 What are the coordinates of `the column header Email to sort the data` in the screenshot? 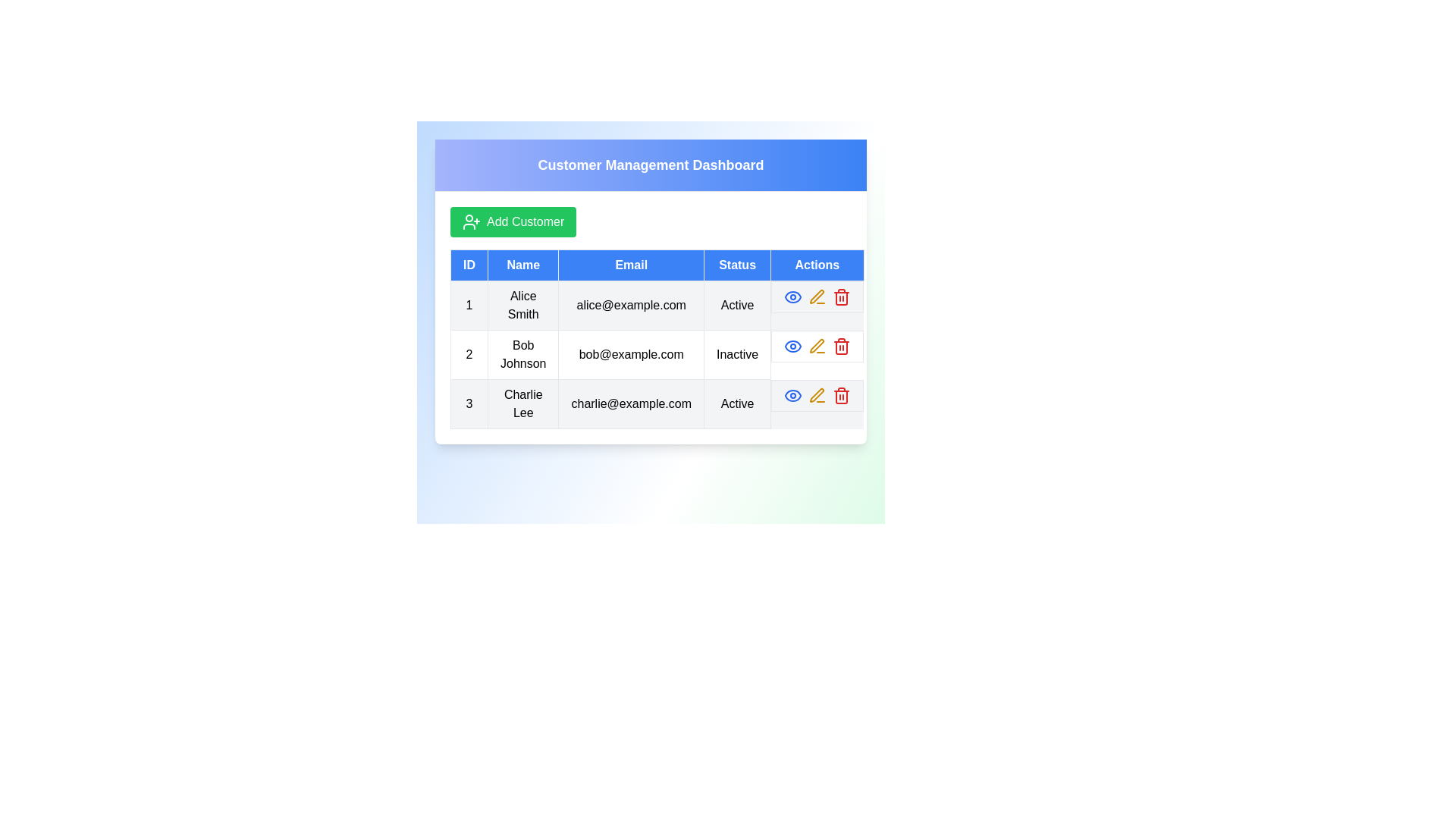 It's located at (632, 265).